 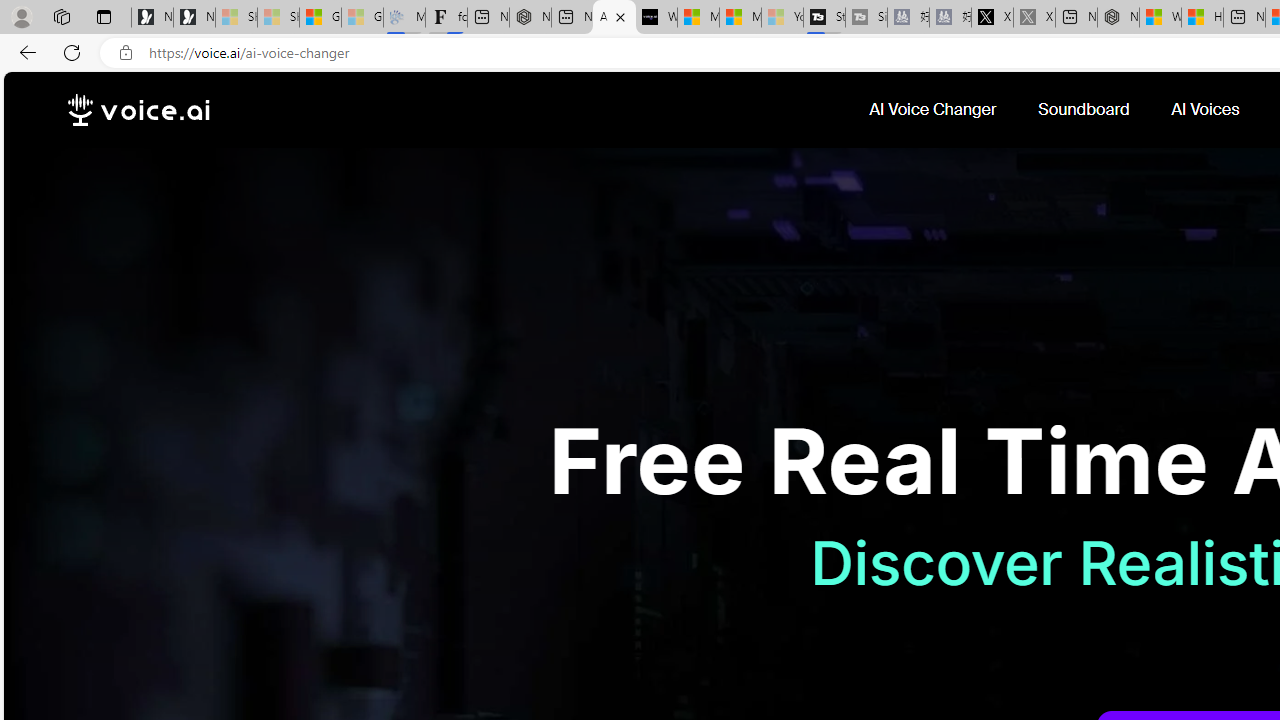 I want to click on 'Nordace - My Account', so click(x=1117, y=17).